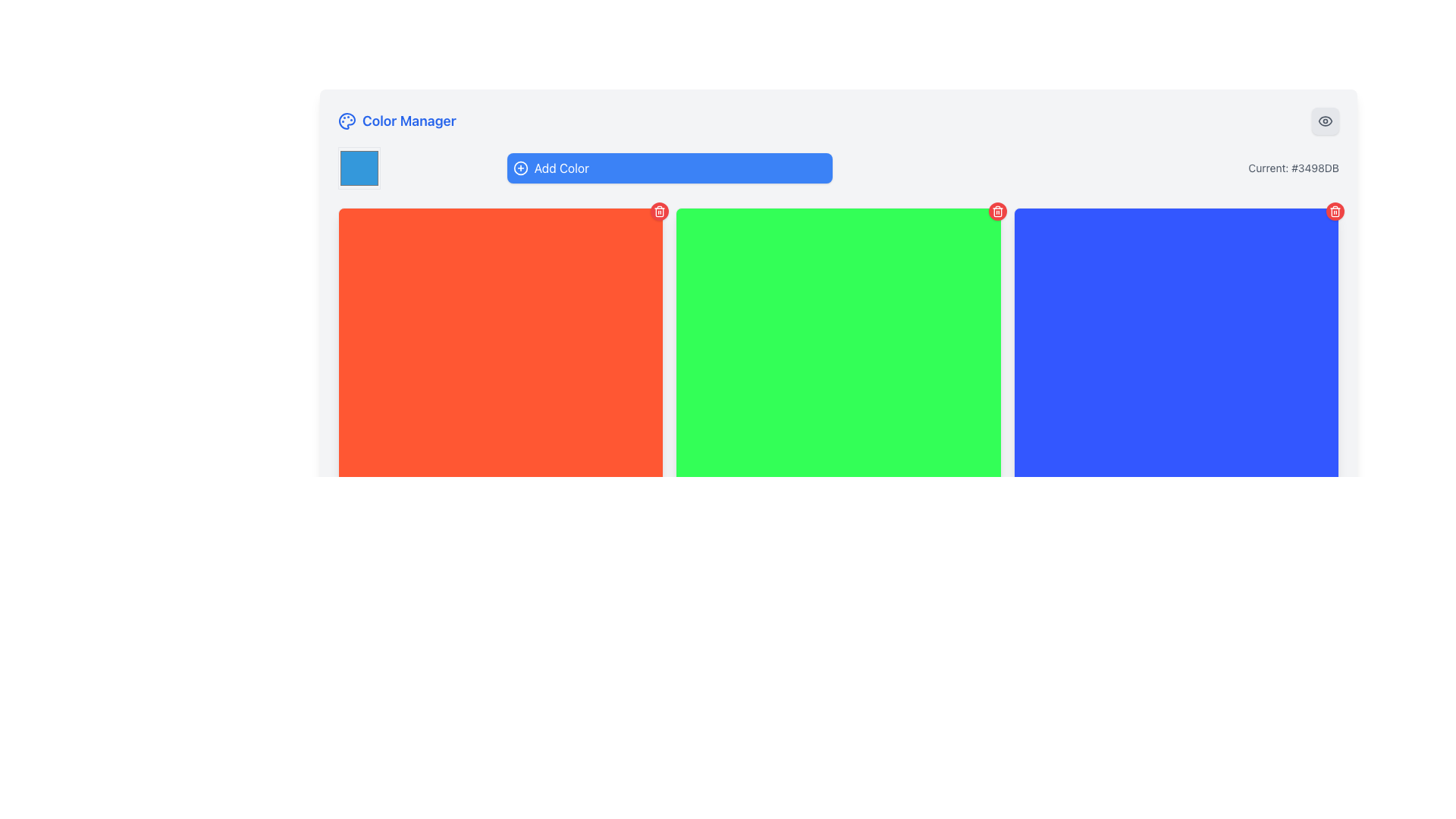 The height and width of the screenshot is (819, 1456). I want to click on text label that displays 'Color Manager', which is styled in bold blue font and positioned to the left of the 'Add Color' button, so click(397, 120).